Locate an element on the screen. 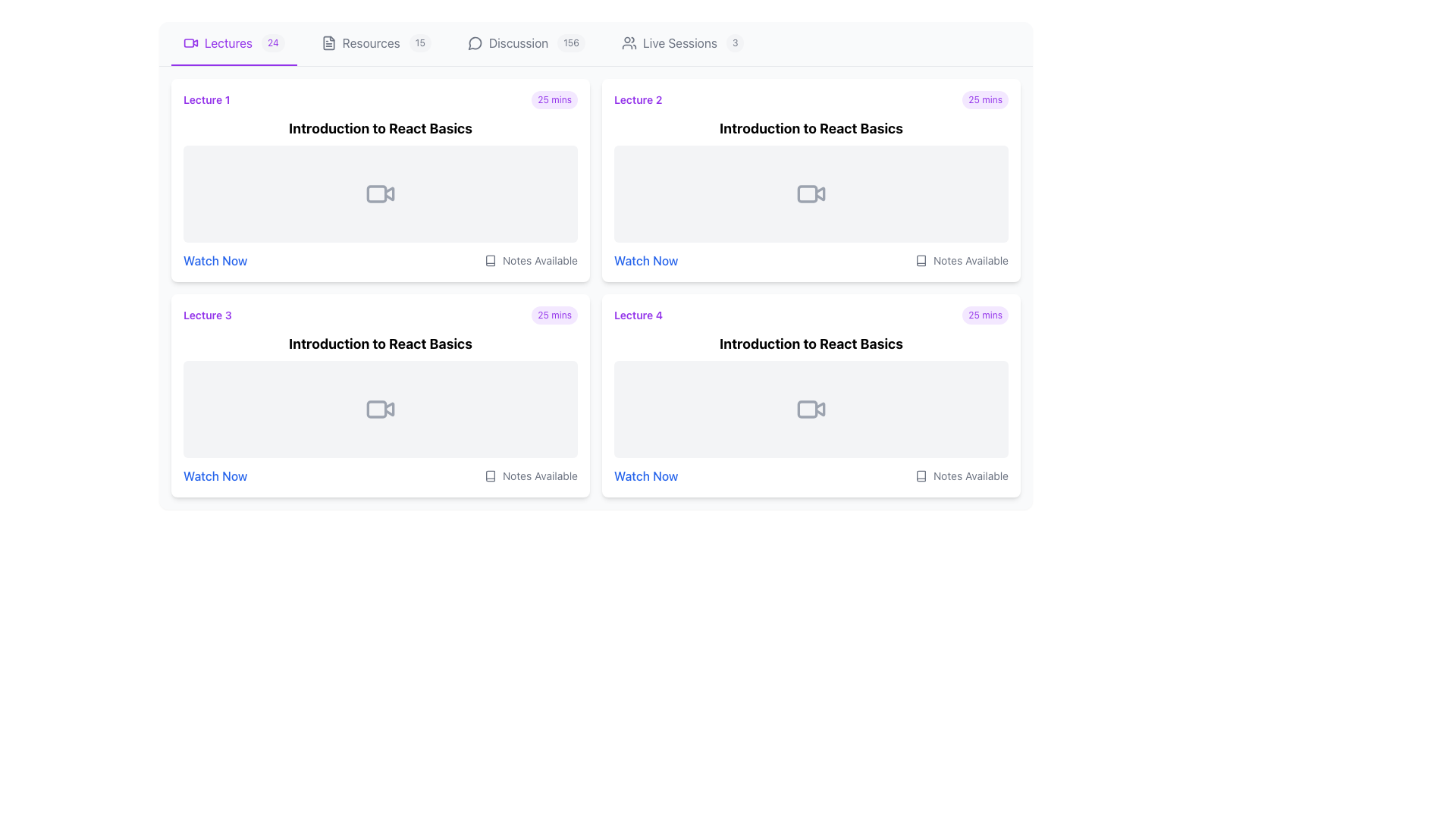 The height and width of the screenshot is (819, 1456). the small rectangular gray icon component located in the lower-right video thumbnail for Lecture 4 is located at coordinates (807, 409).